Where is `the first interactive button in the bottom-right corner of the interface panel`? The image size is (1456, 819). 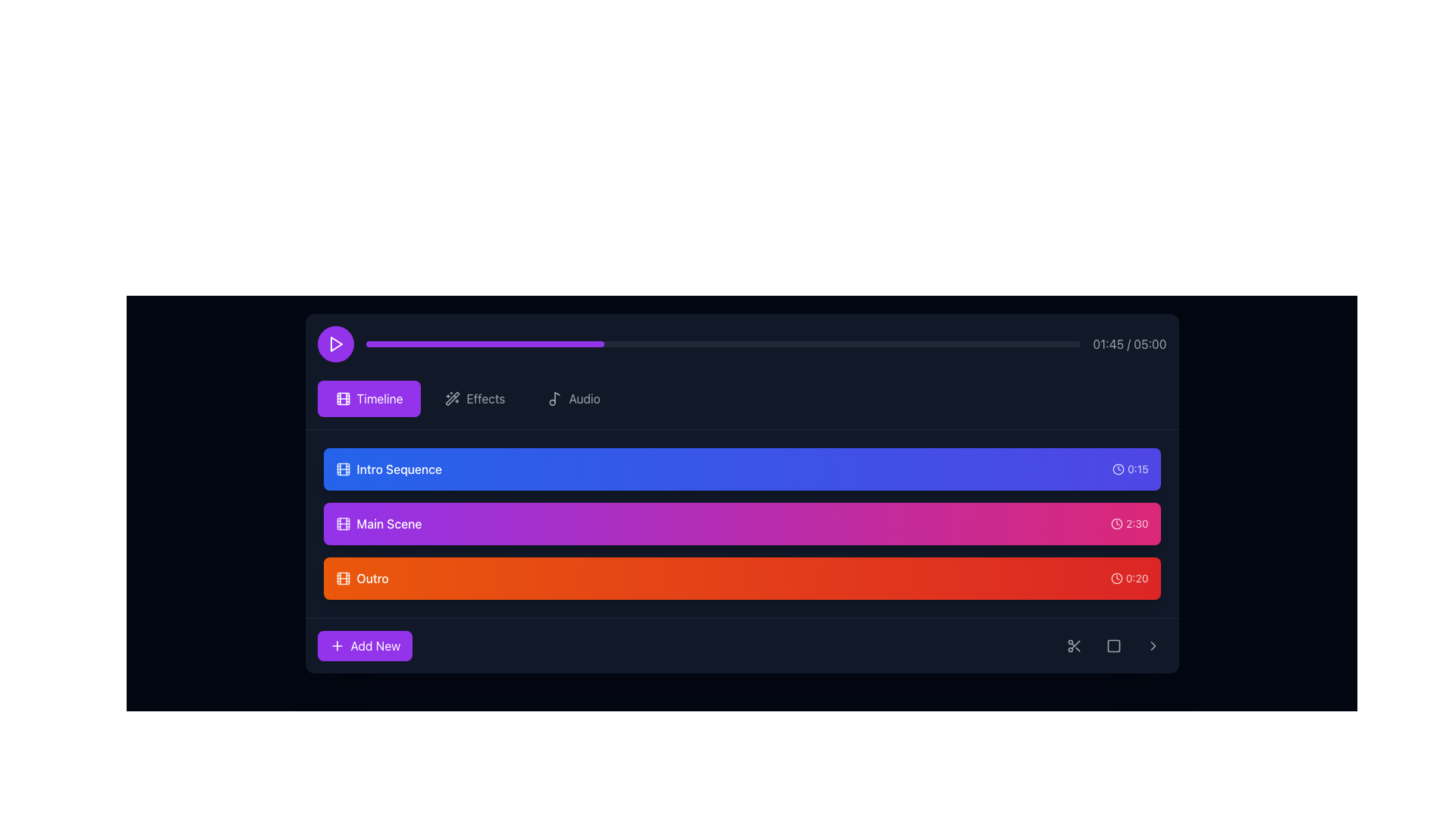 the first interactive button in the bottom-right corner of the interface panel is located at coordinates (1073, 646).